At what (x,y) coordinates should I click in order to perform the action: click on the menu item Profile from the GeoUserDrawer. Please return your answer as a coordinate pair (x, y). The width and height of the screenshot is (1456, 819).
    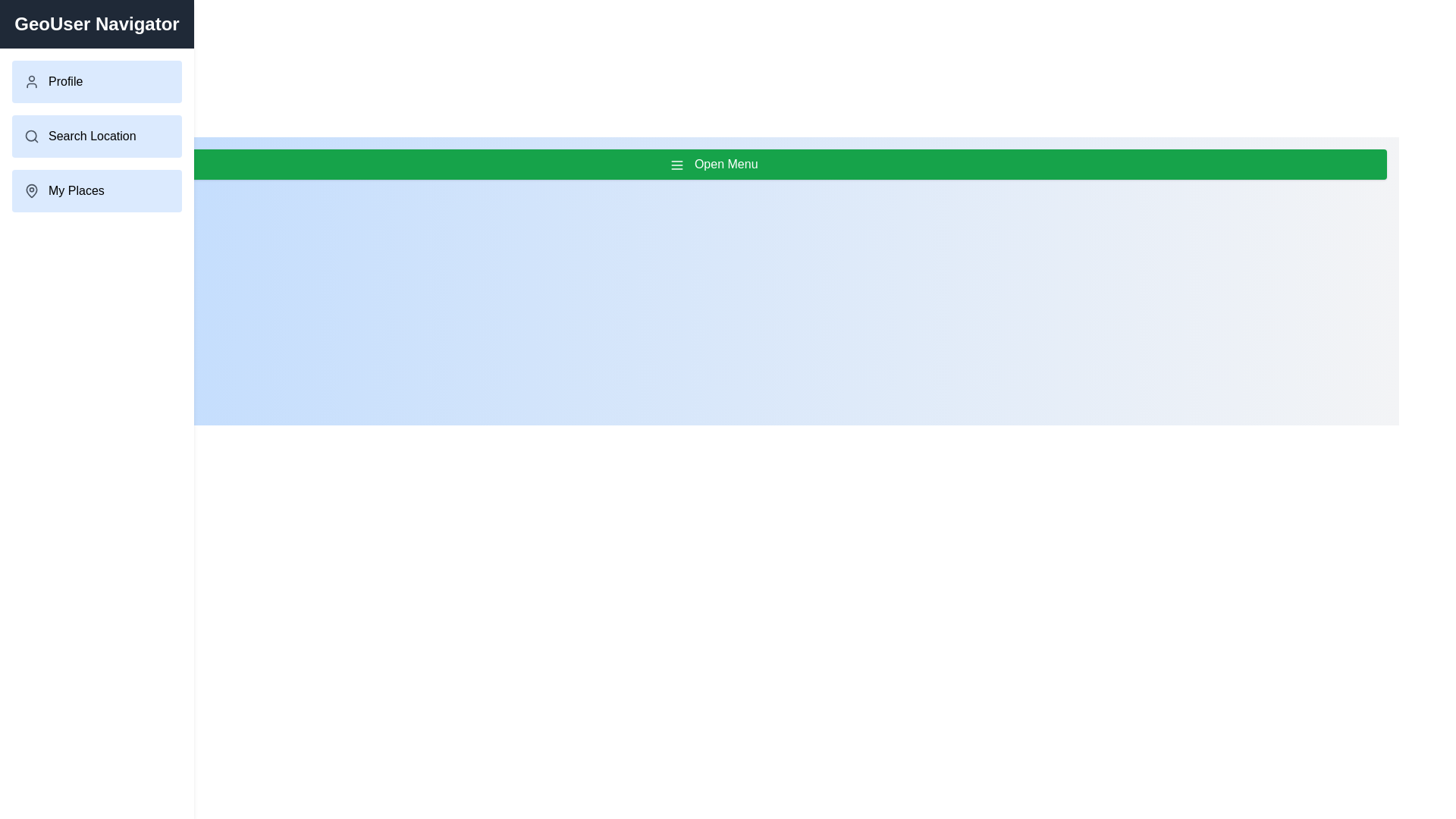
    Looking at the image, I should click on (96, 82).